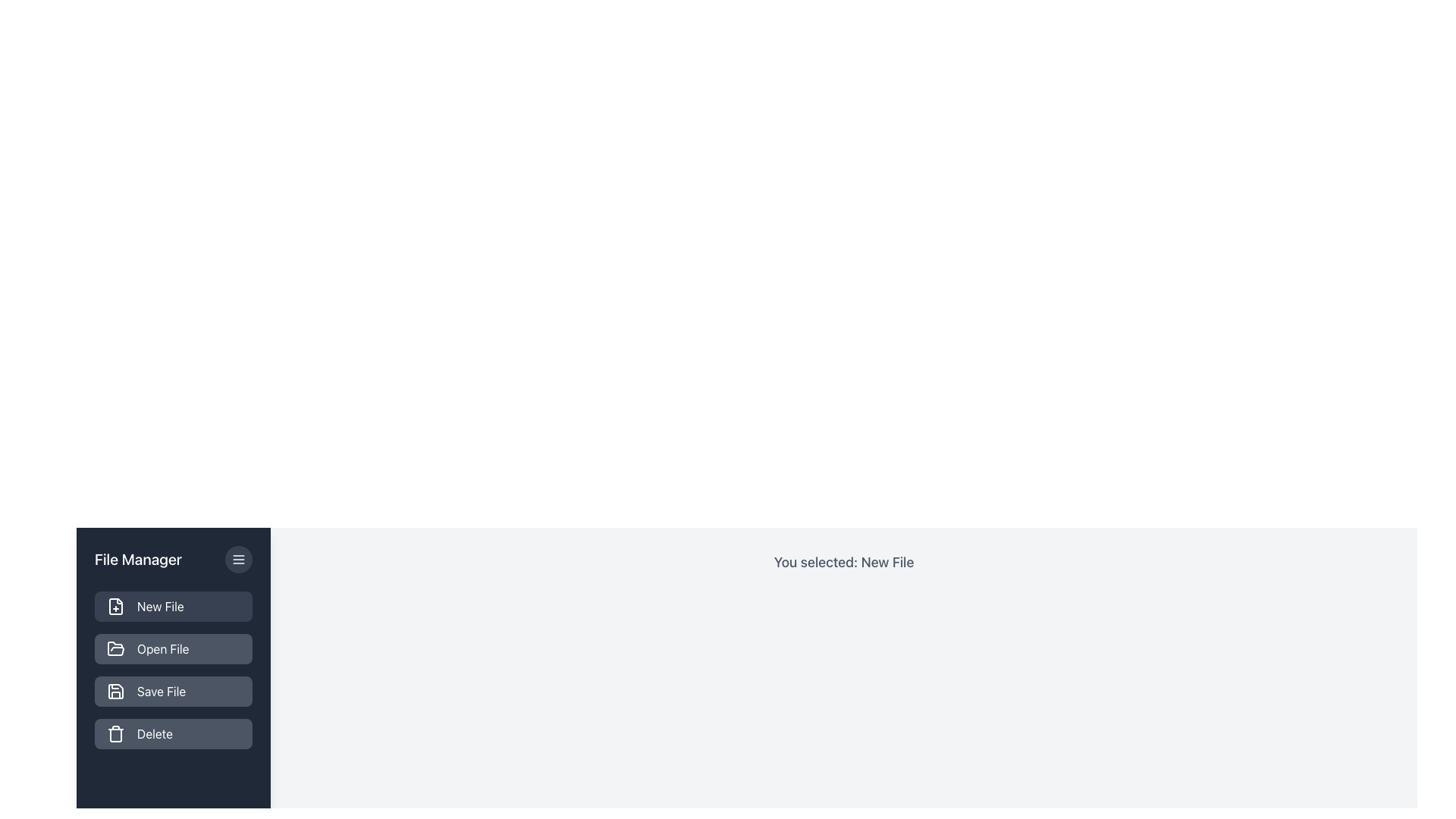 This screenshot has width=1456, height=819. What do you see at coordinates (115, 648) in the screenshot?
I see `the 'Open File' button located in the sidebar, which features an icon to the left of the text label 'Open File'` at bounding box center [115, 648].